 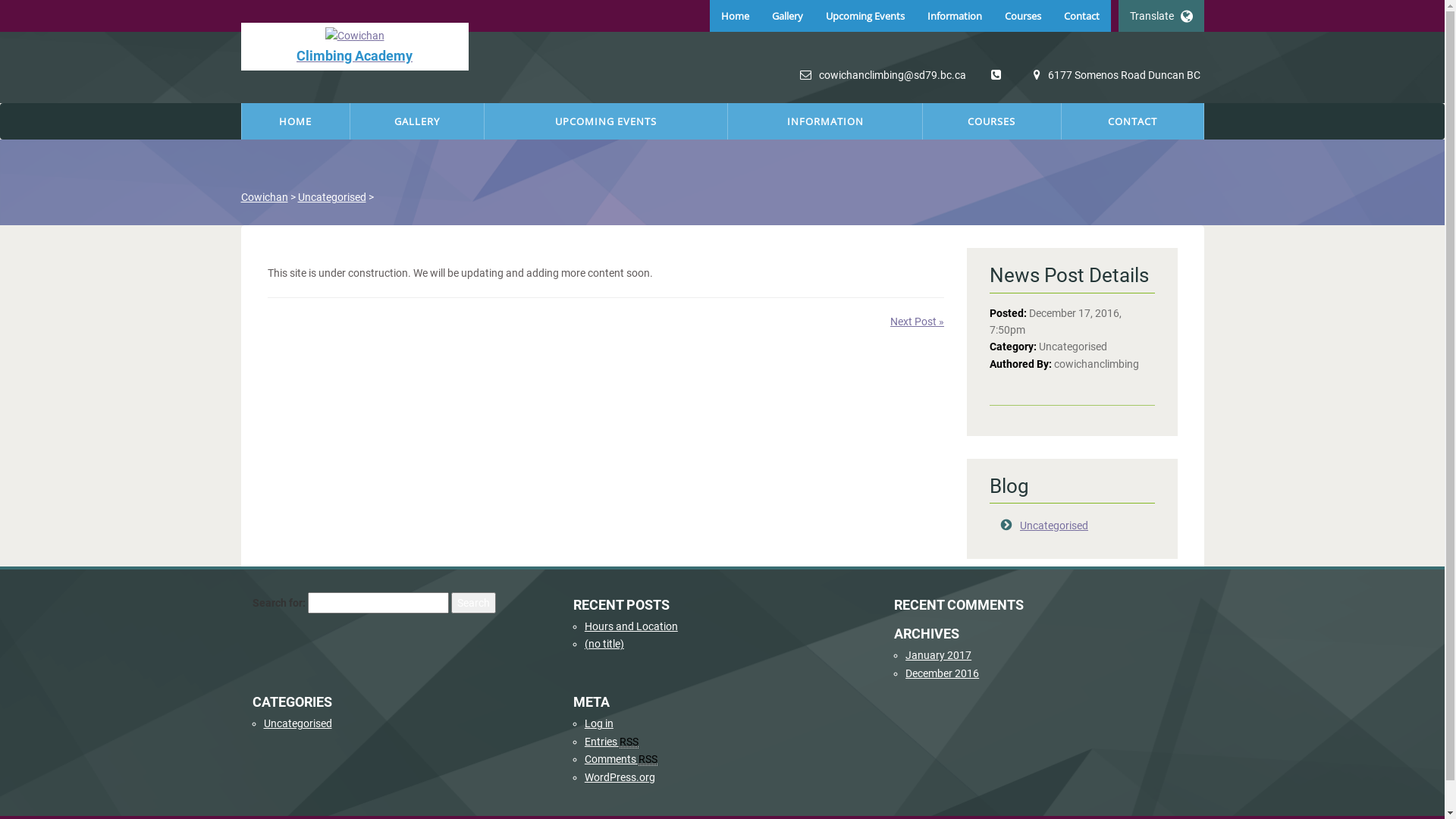 What do you see at coordinates (295, 120) in the screenshot?
I see `'HOME'` at bounding box center [295, 120].